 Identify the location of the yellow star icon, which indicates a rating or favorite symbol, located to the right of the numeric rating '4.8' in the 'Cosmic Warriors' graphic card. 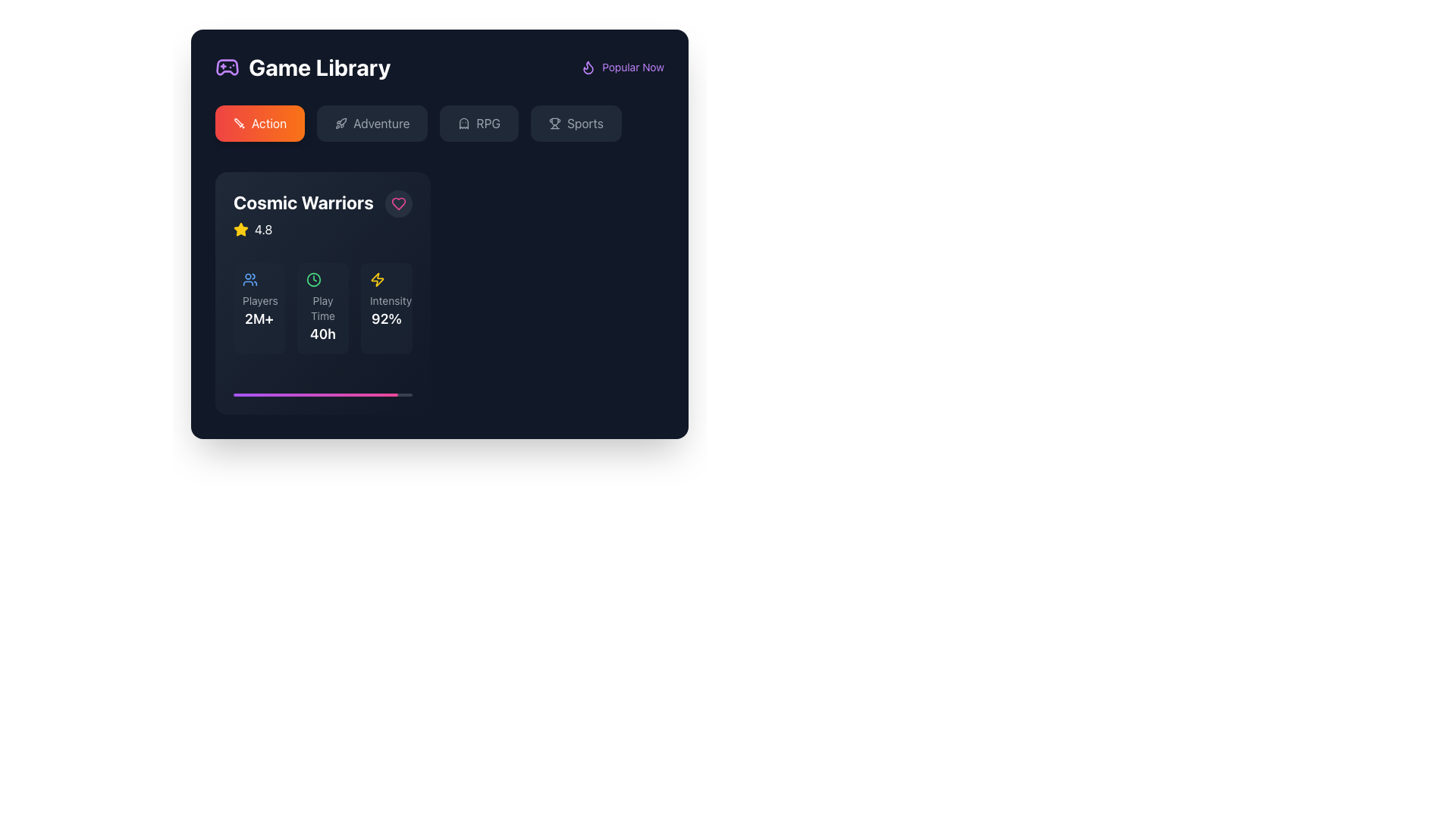
(240, 229).